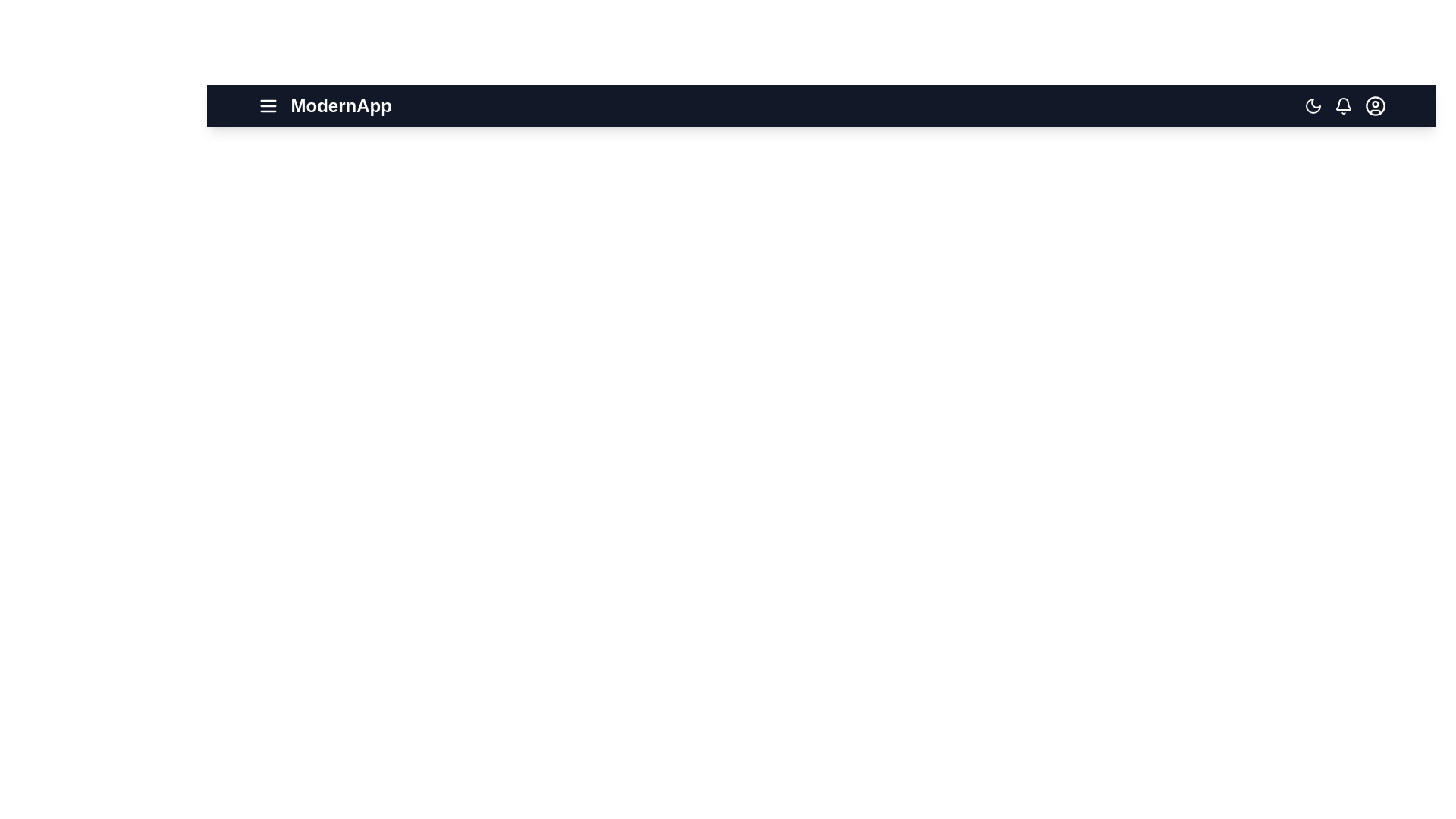 This screenshot has width=1456, height=819. I want to click on the user circle icon to access the user profile, so click(1375, 105).